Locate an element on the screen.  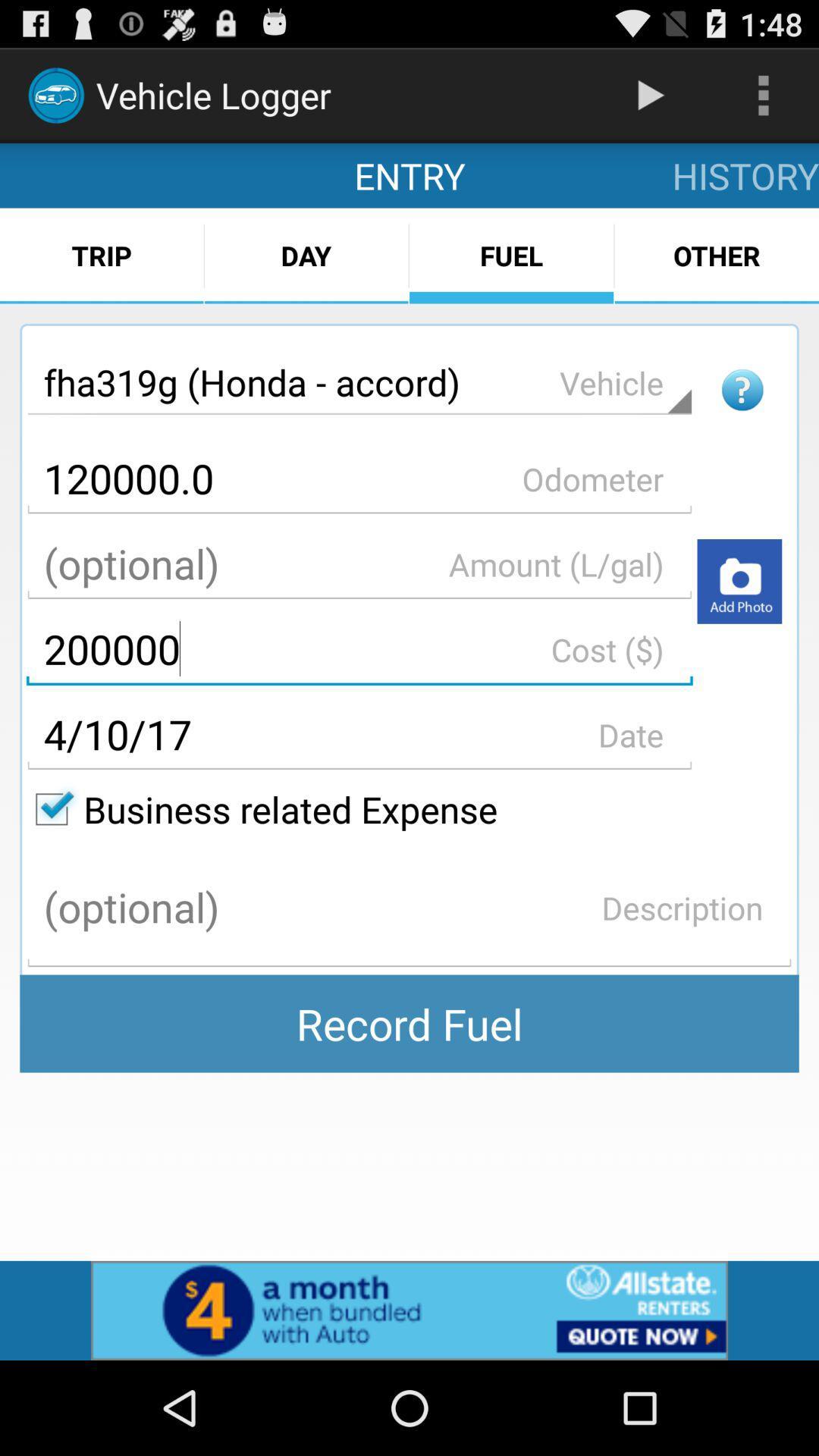
camera is located at coordinates (739, 580).